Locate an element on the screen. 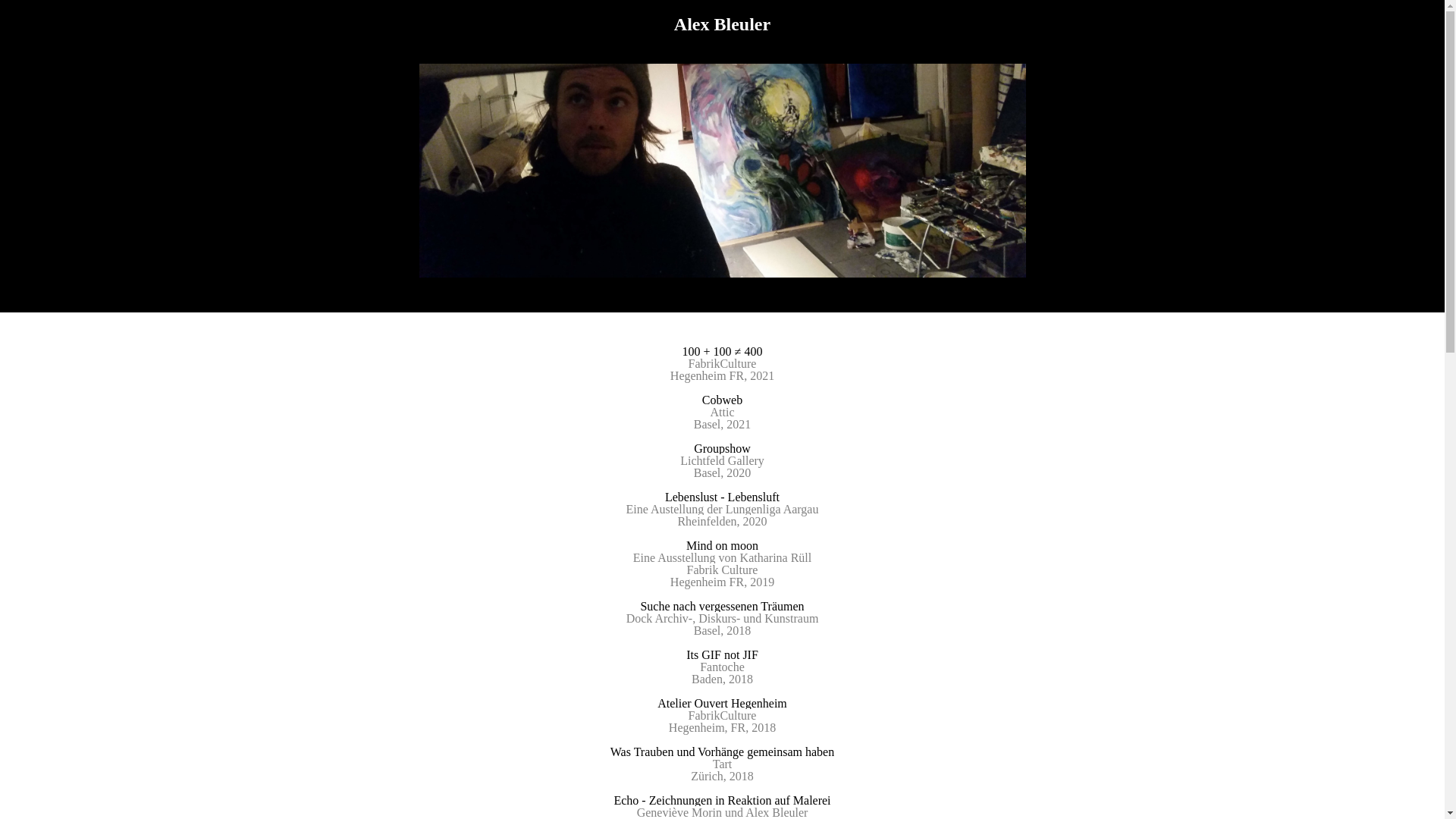  'Basel, 2020' is located at coordinates (722, 472).